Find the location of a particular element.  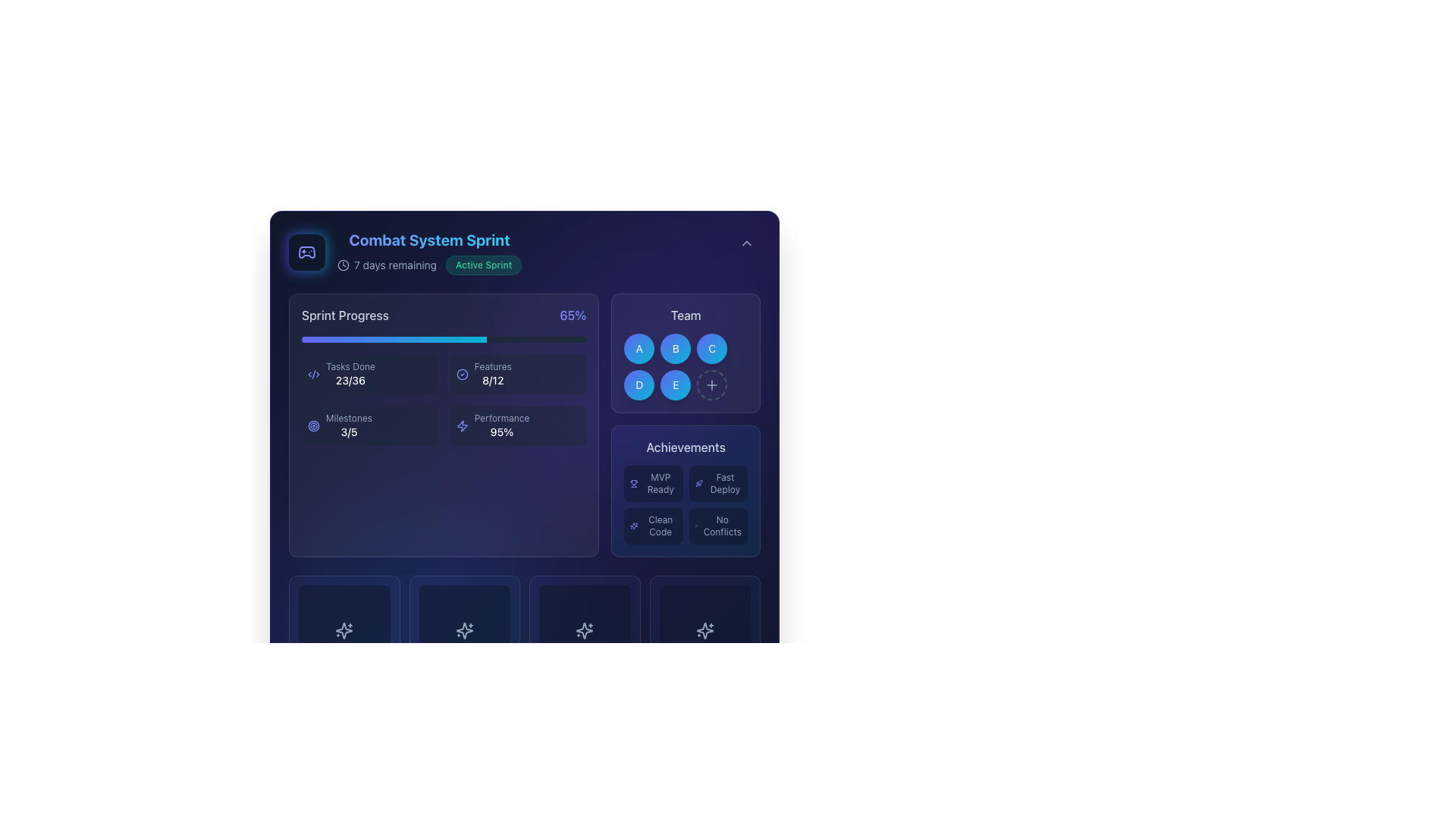

the displayed information of the 'Performance' text label, which shows '95%' in larger white text below 'Performance' in small gray text is located at coordinates (502, 426).